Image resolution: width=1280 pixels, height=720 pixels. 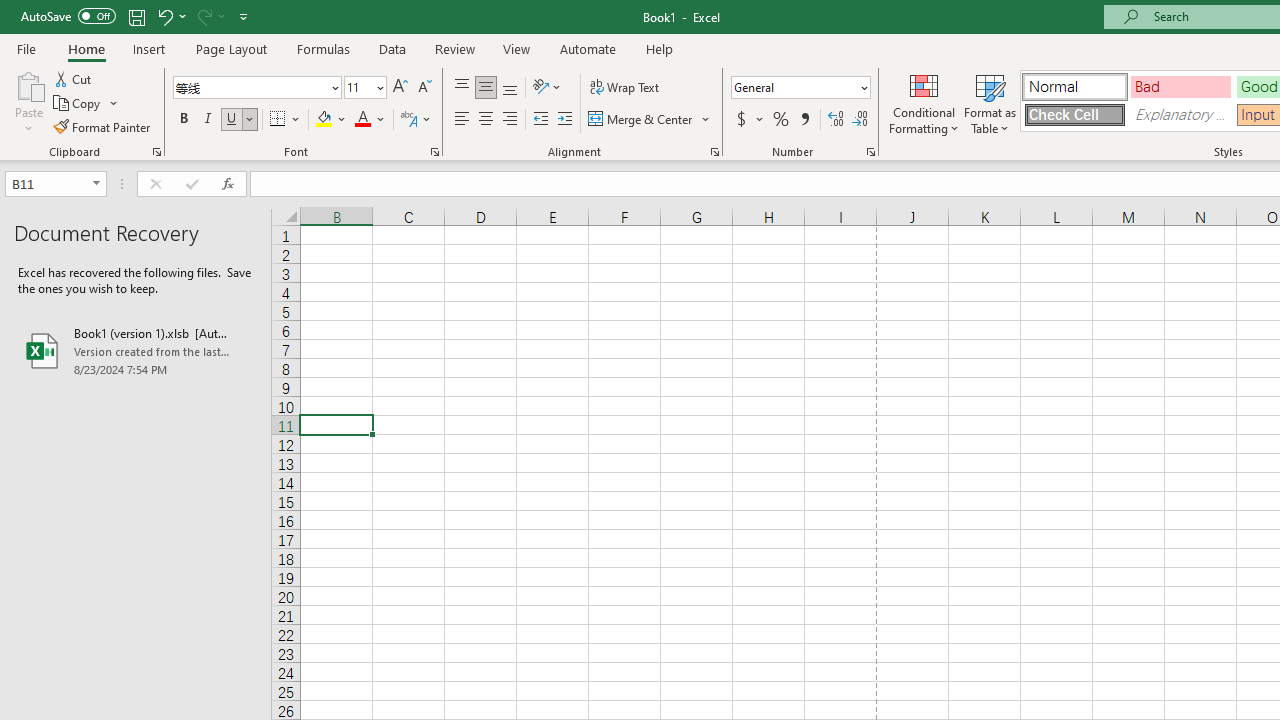 What do you see at coordinates (624, 86) in the screenshot?
I see `'Wrap Text'` at bounding box center [624, 86].